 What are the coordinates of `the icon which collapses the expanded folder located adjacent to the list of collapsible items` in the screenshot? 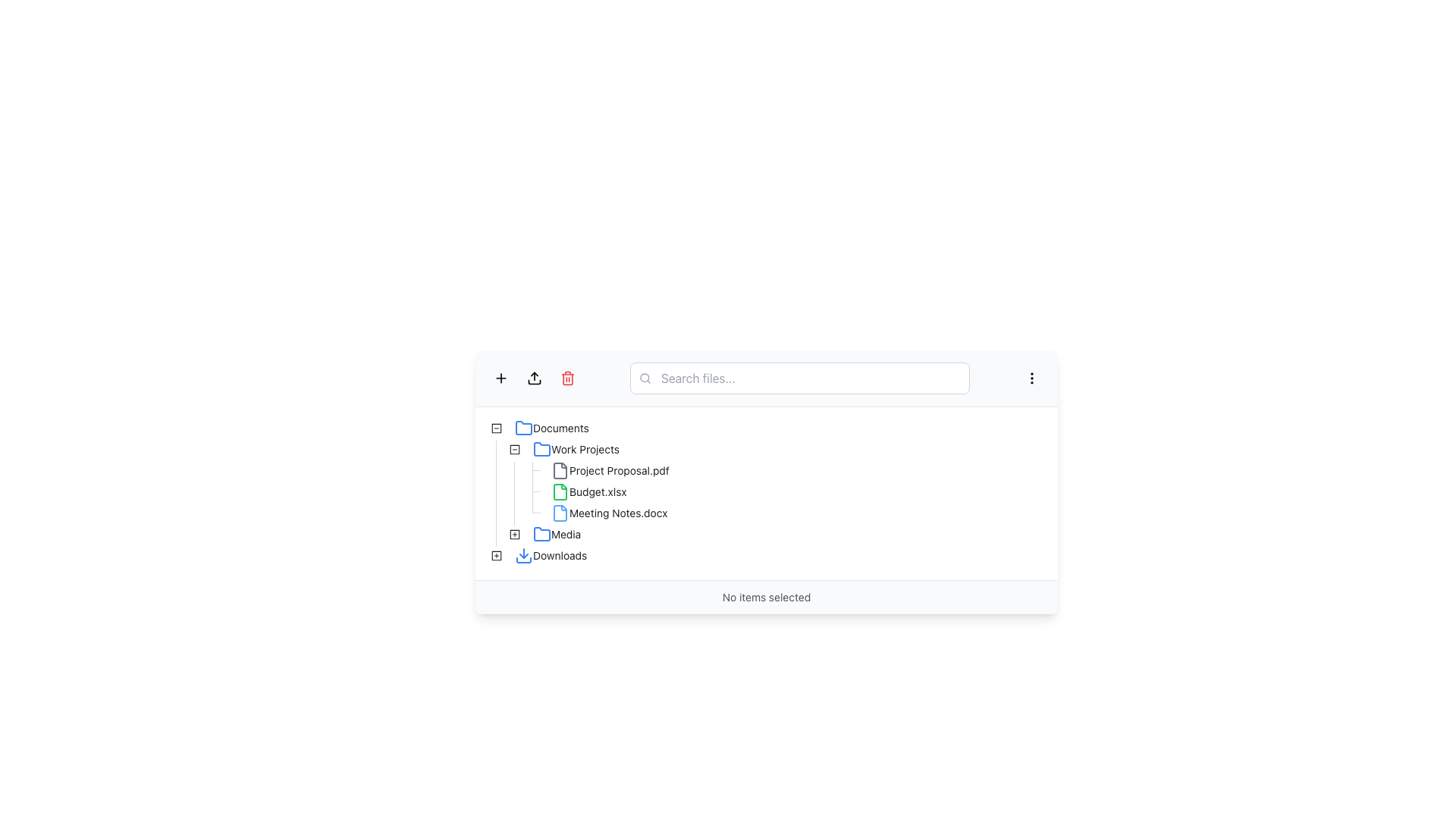 It's located at (496, 428).